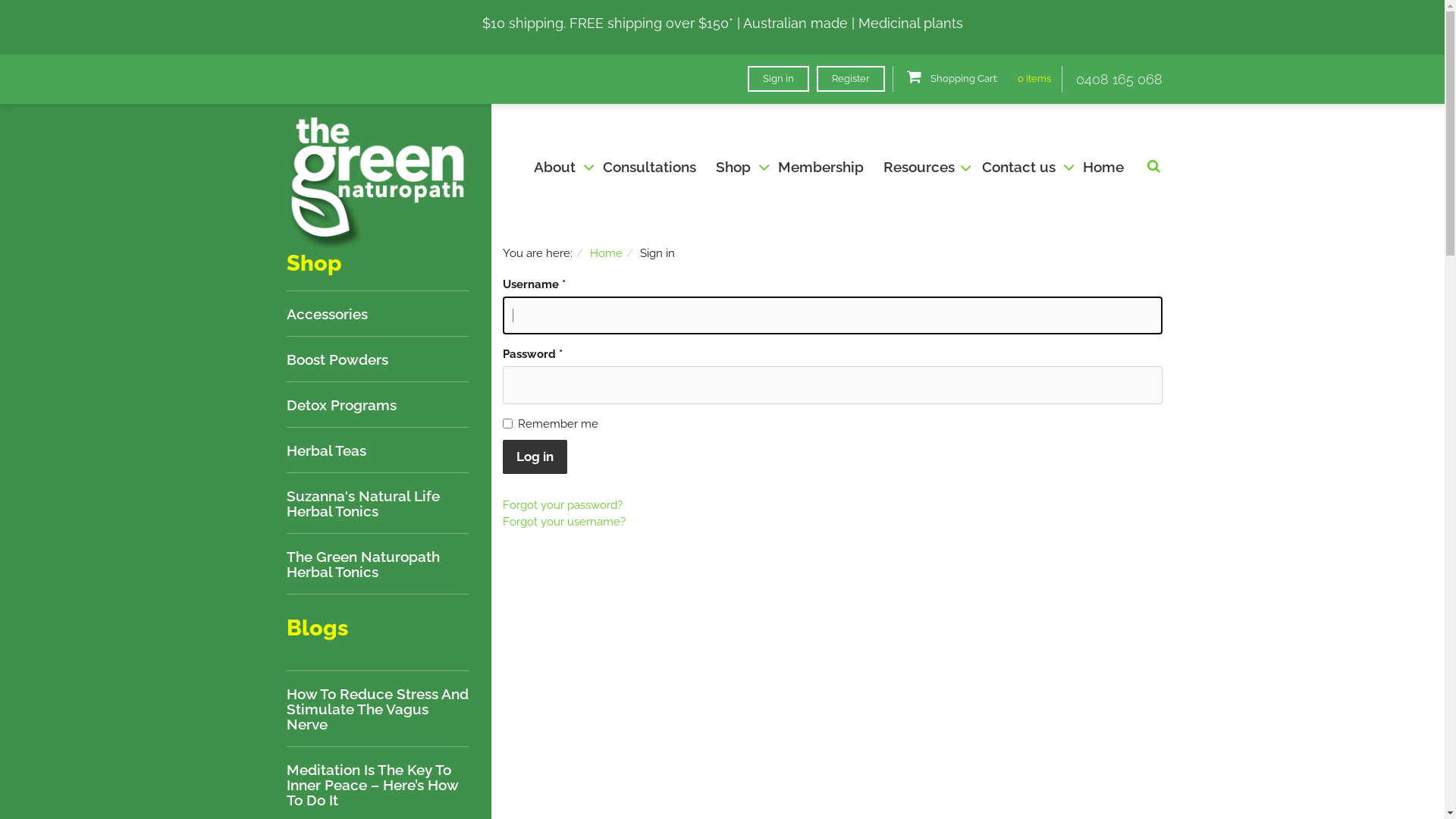  What do you see at coordinates (337, 359) in the screenshot?
I see `'Boost Powders'` at bounding box center [337, 359].